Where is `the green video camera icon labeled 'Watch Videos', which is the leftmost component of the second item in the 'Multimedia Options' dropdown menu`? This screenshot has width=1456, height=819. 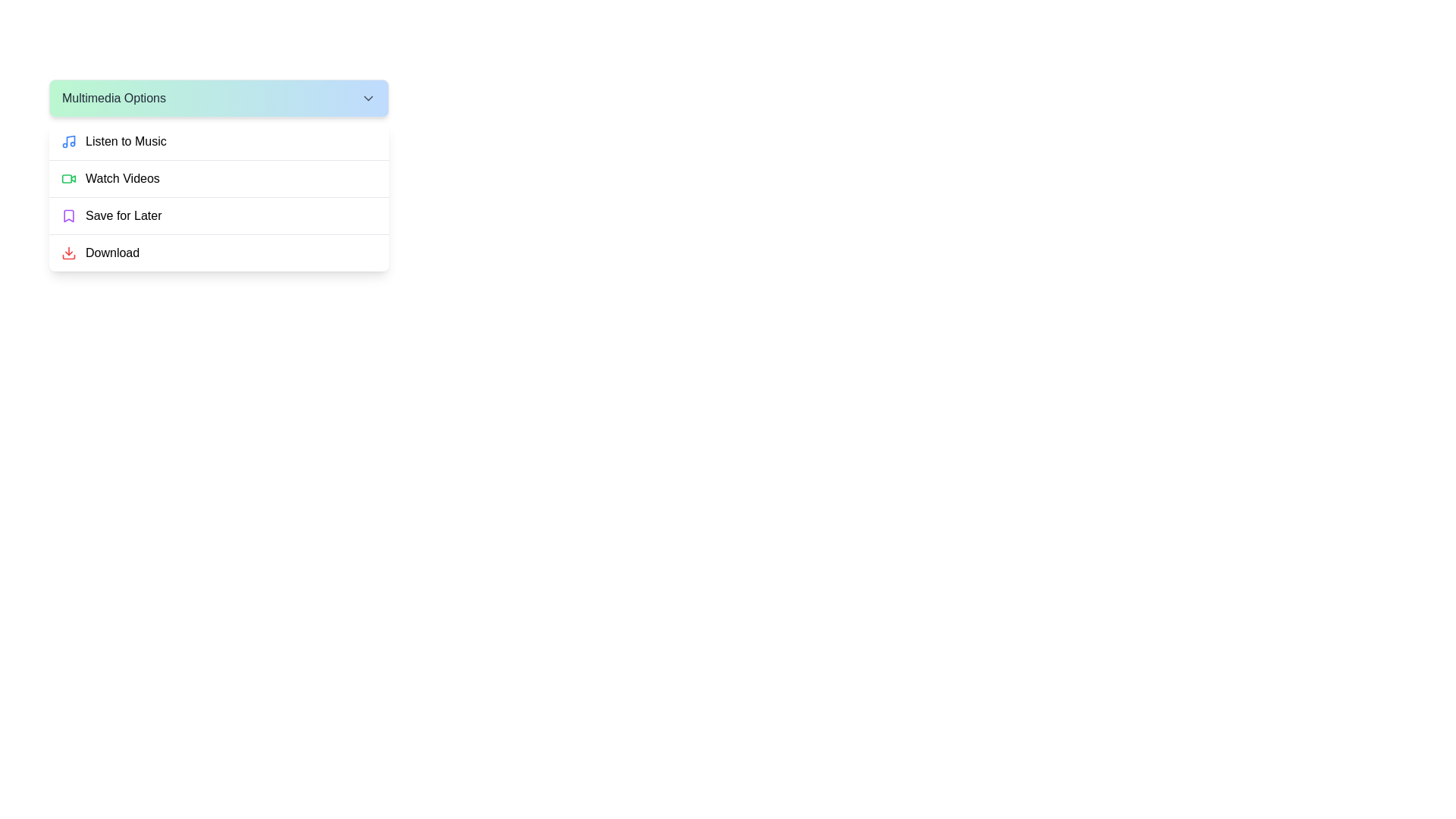 the green video camera icon labeled 'Watch Videos', which is the leftmost component of the second item in the 'Multimedia Options' dropdown menu is located at coordinates (68, 177).